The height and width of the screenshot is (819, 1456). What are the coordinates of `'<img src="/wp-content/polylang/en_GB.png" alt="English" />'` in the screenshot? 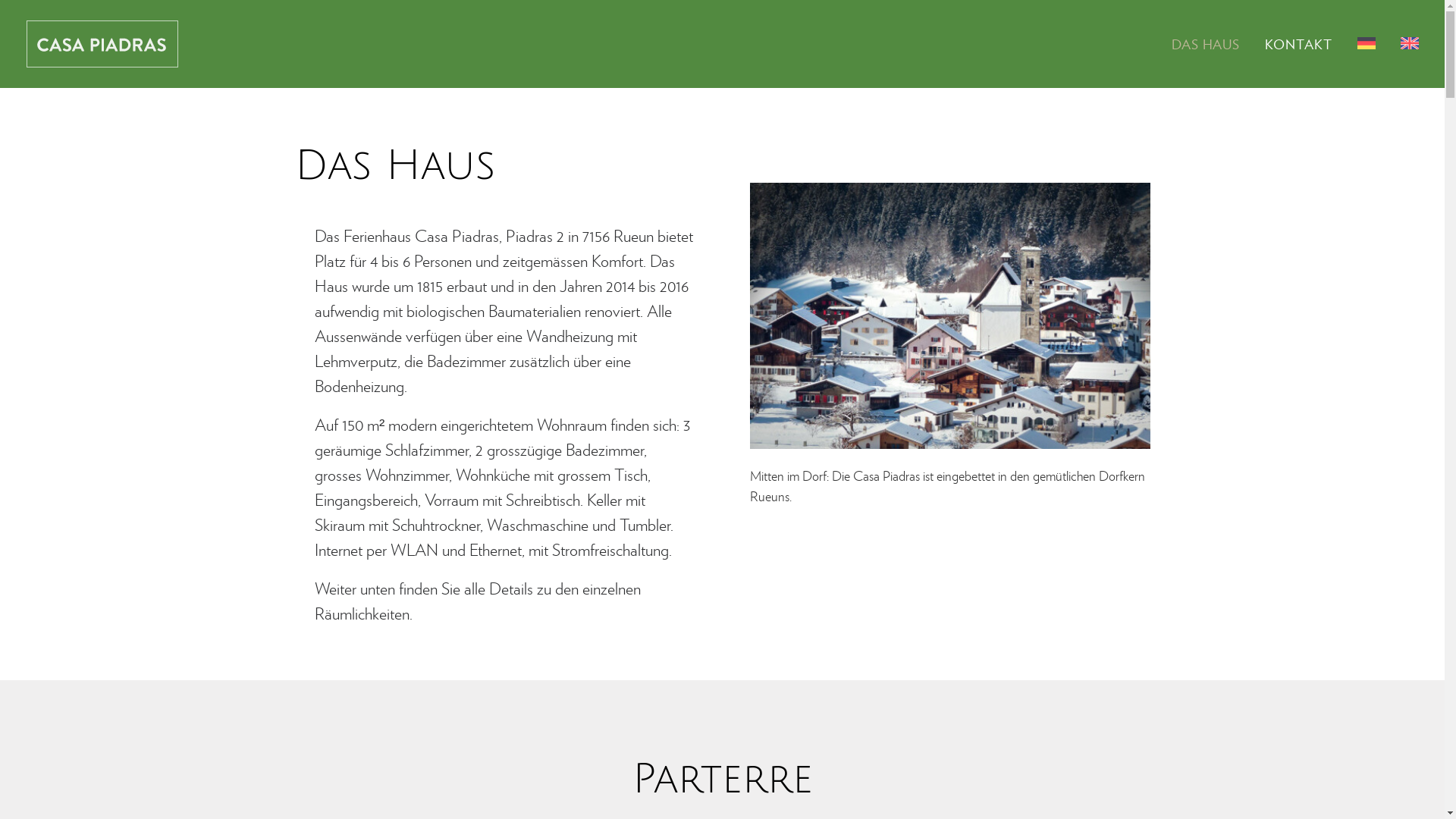 It's located at (1403, 42).